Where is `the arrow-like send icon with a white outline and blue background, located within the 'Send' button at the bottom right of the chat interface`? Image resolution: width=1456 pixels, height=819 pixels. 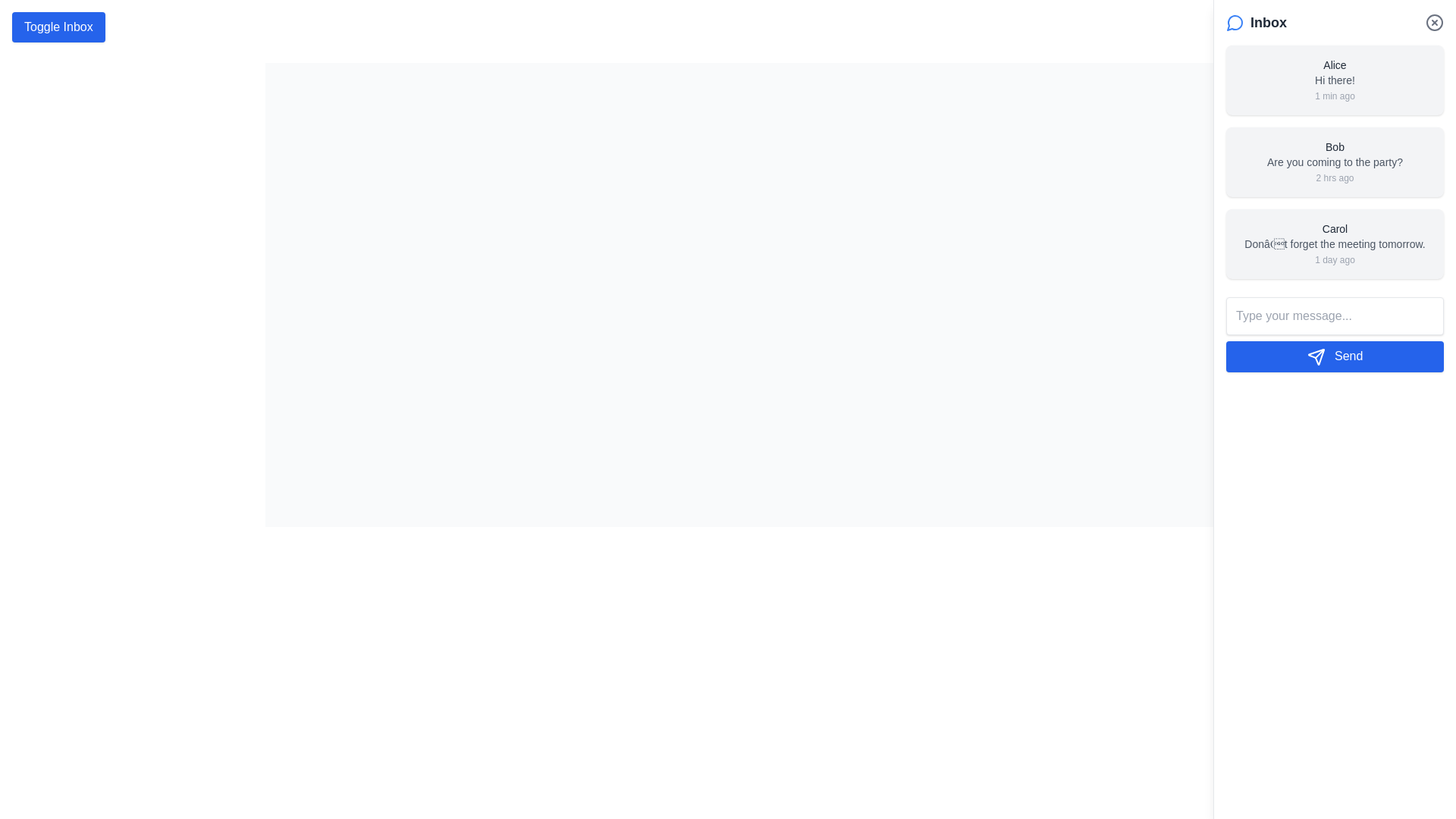 the arrow-like send icon with a white outline and blue background, located within the 'Send' button at the bottom right of the chat interface is located at coordinates (1315, 356).